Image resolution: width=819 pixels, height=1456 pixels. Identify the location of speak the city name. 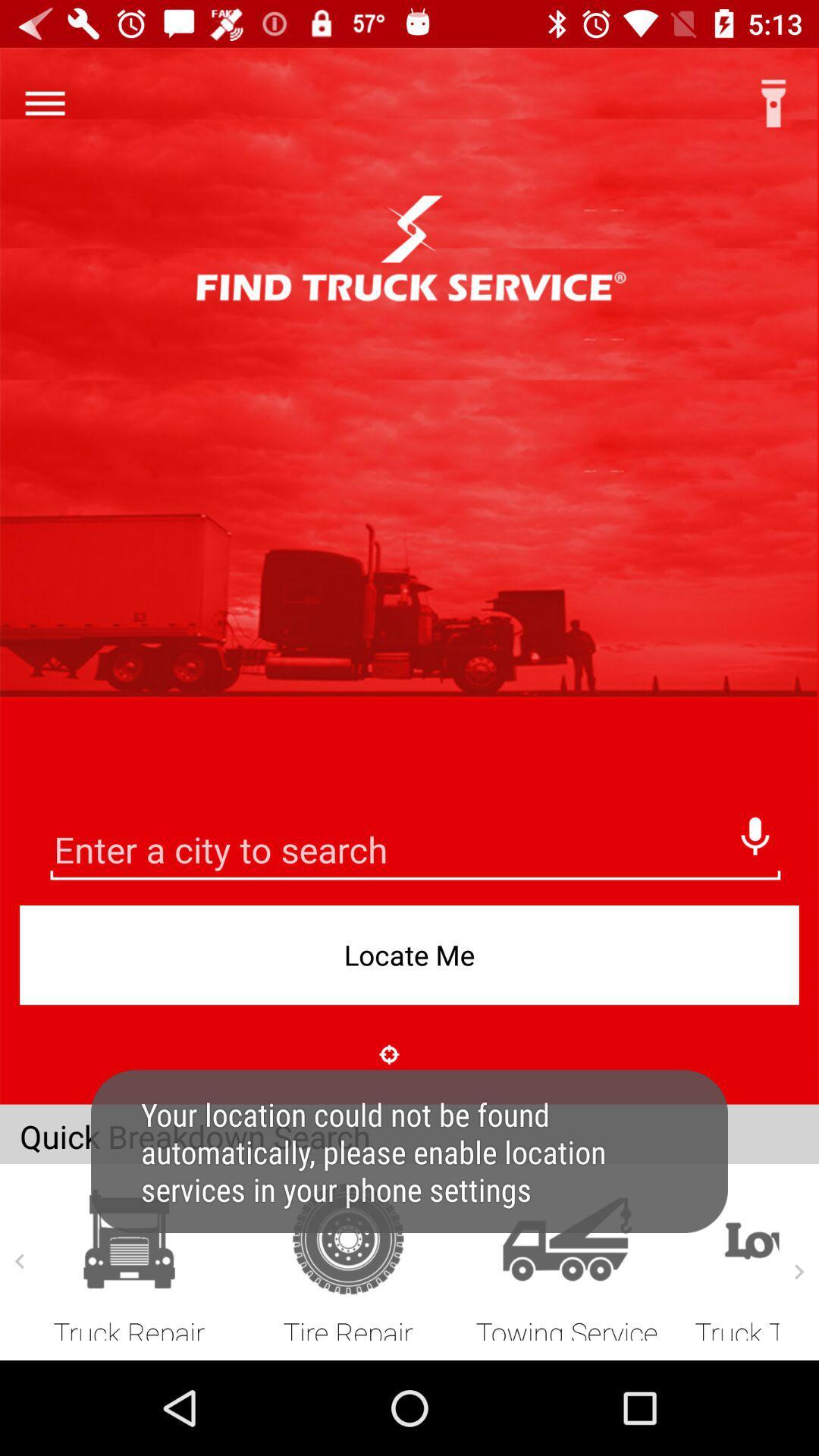
(755, 831).